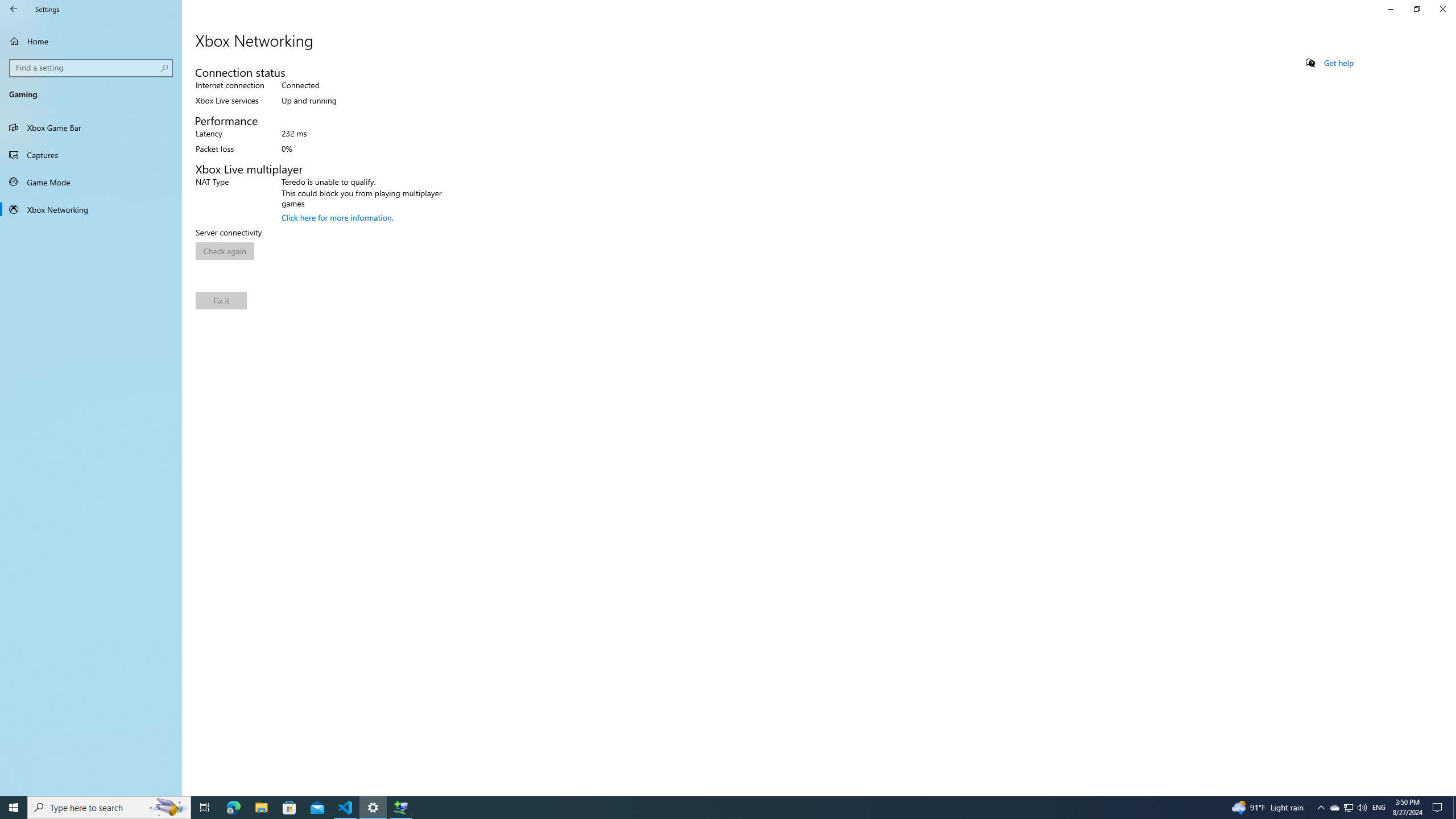 The image size is (1456, 819). Describe the element at coordinates (90, 181) in the screenshot. I see `'Game Mode'` at that location.